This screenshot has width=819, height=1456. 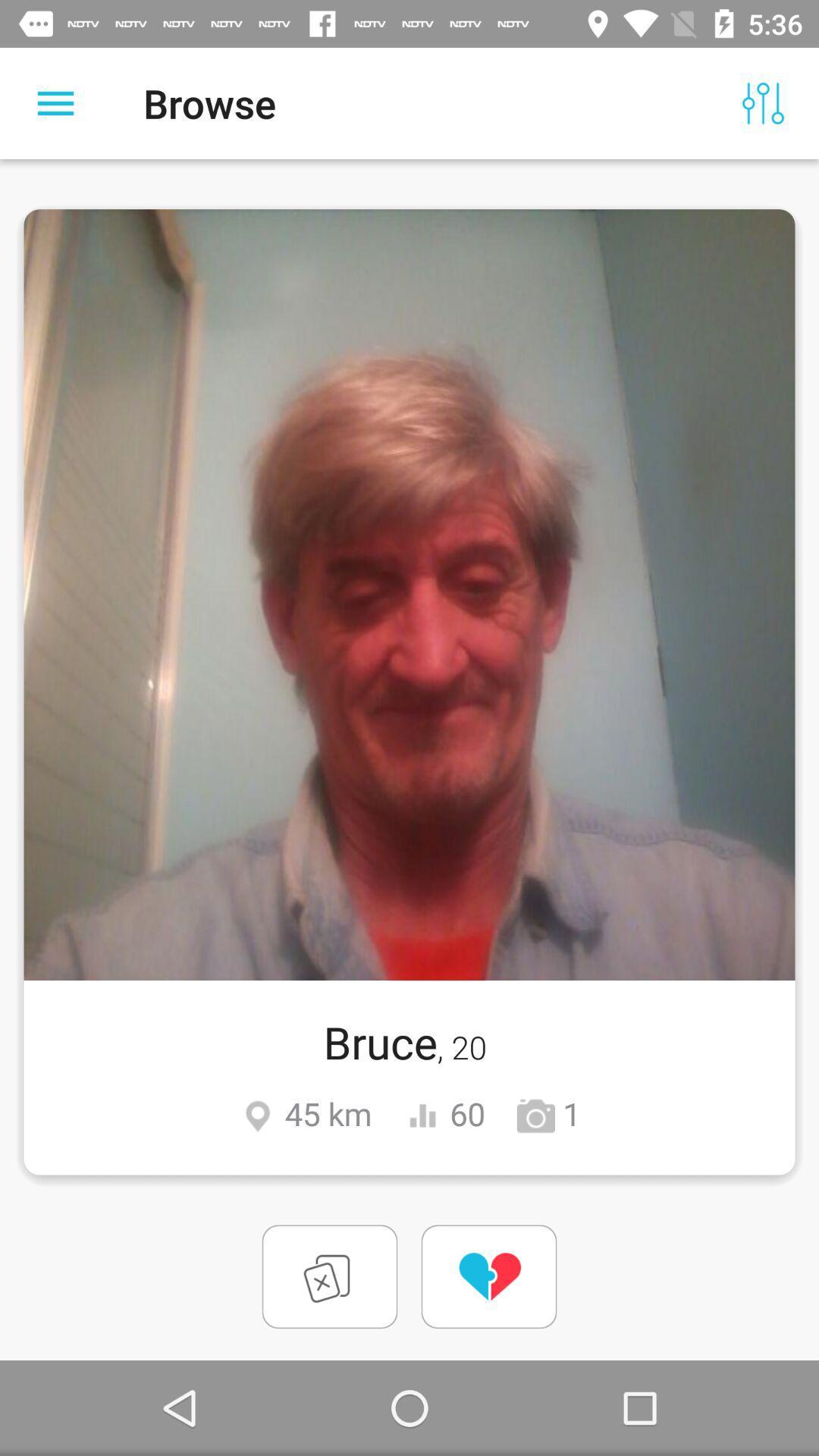 What do you see at coordinates (763, 102) in the screenshot?
I see `icon next to the browse` at bounding box center [763, 102].